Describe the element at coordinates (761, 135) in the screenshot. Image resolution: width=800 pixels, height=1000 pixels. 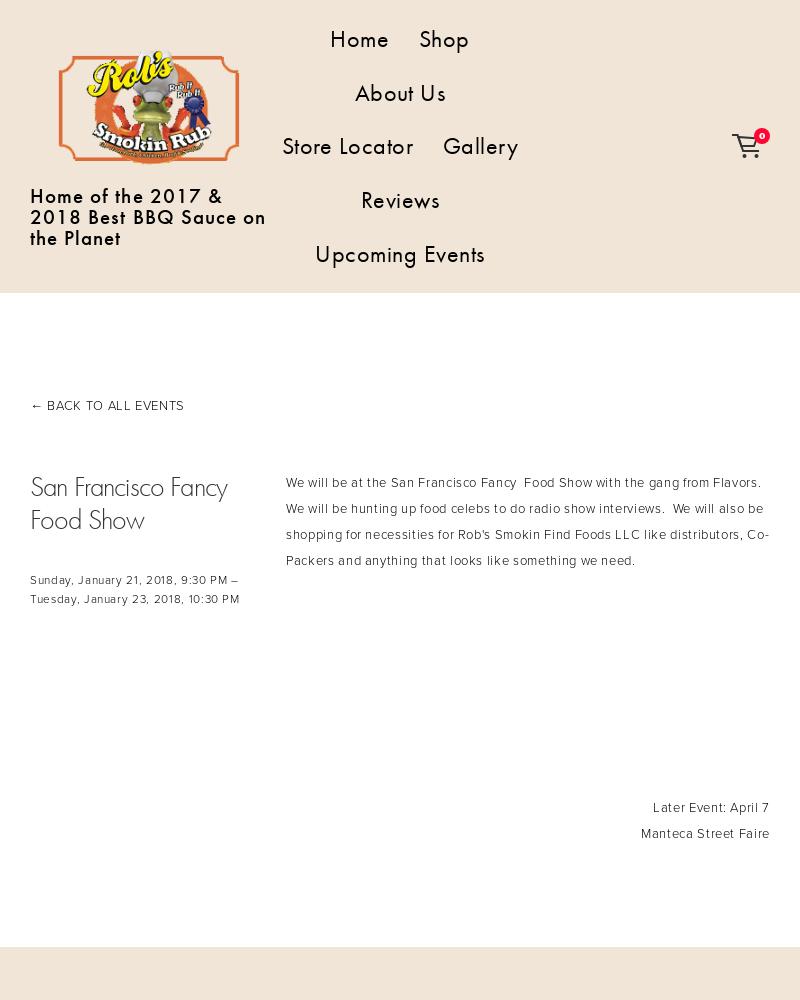
I see `'0'` at that location.